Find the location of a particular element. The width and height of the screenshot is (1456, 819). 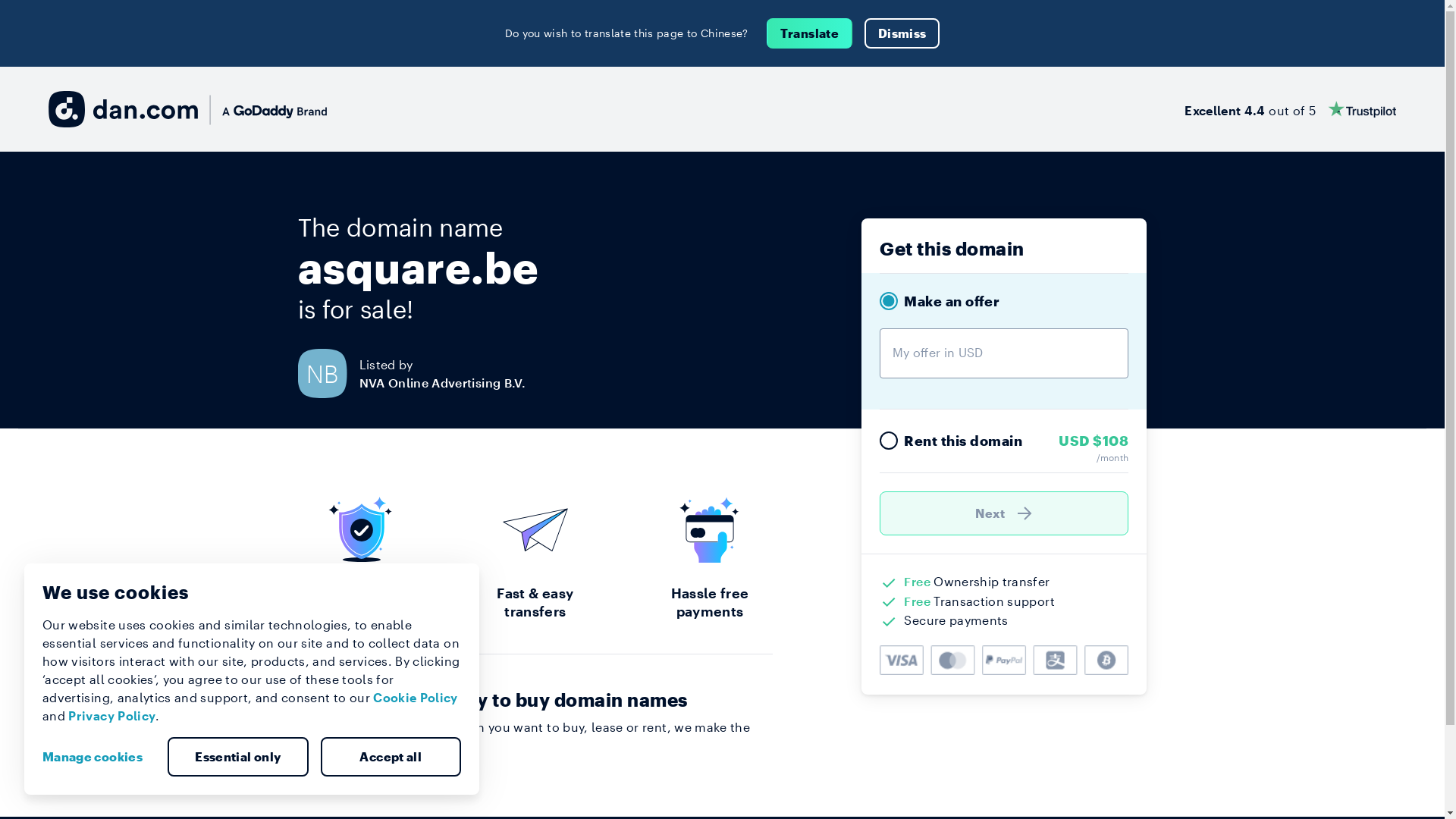

'Next is located at coordinates (1004, 513).